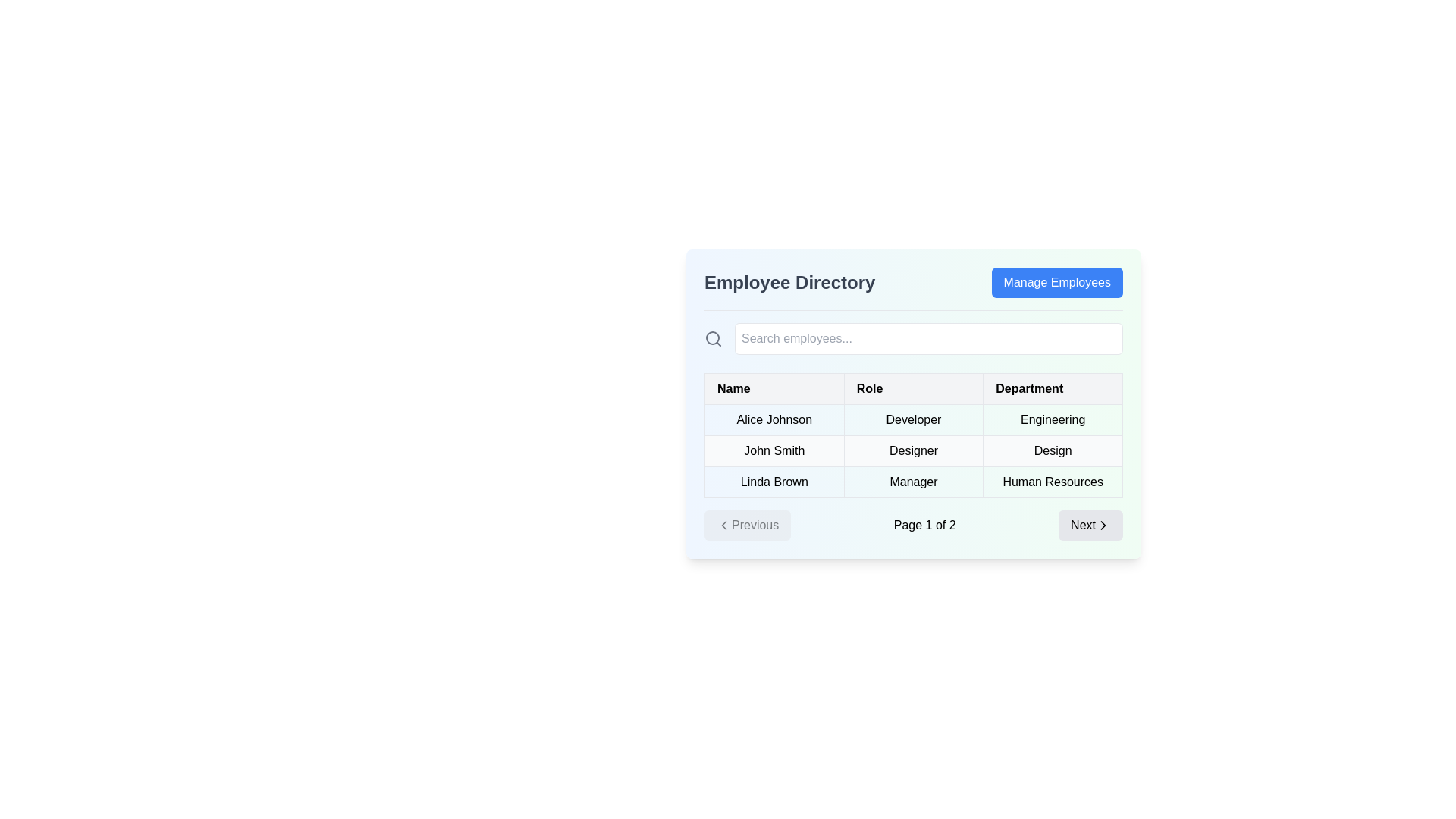  What do you see at coordinates (912, 450) in the screenshot?
I see `the text fields within the row displaying information about 'John Smith', who is a 'Designer' in the 'Design' department` at bounding box center [912, 450].